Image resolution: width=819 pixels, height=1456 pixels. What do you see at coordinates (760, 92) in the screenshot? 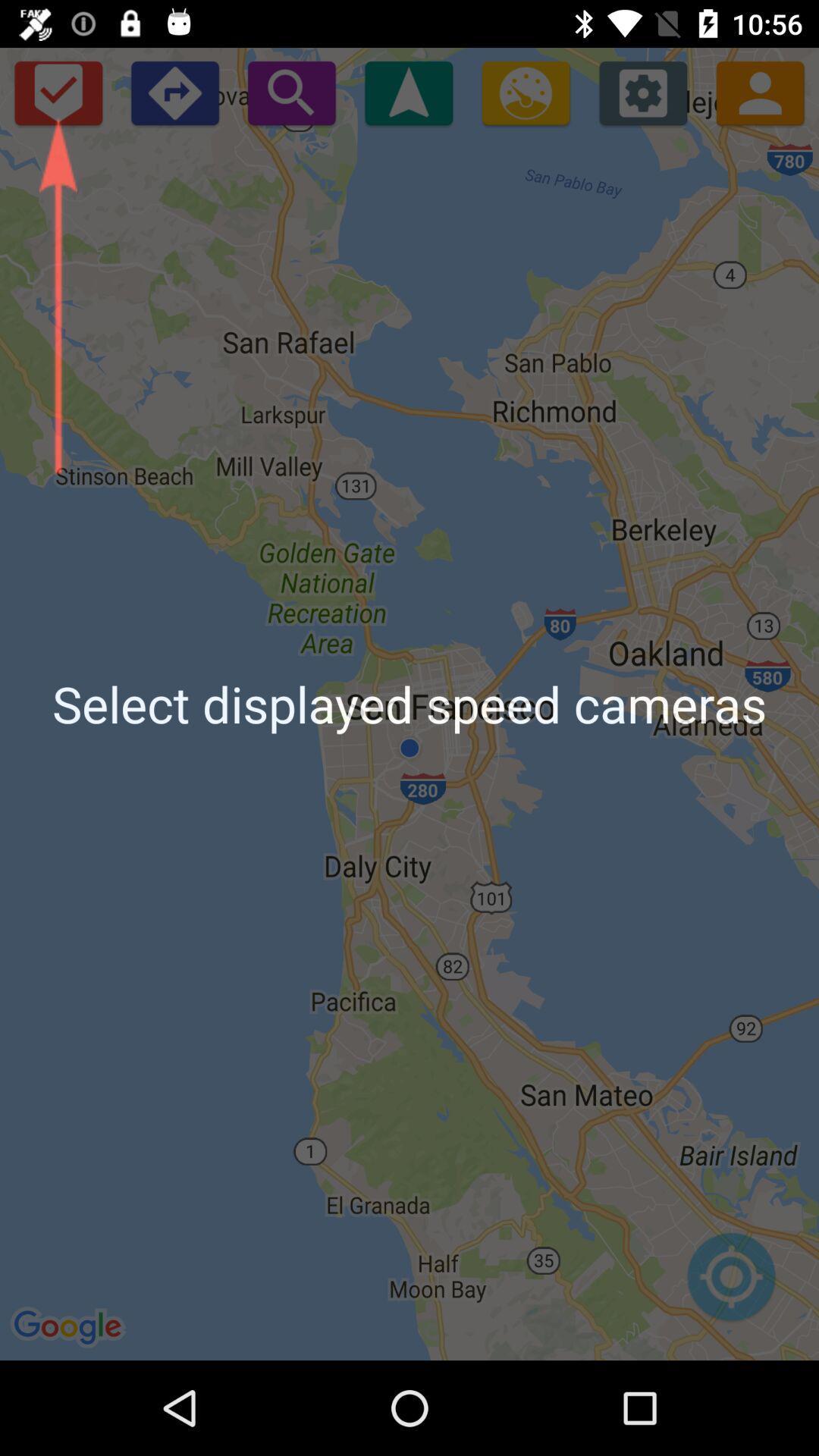
I see `friends` at bounding box center [760, 92].